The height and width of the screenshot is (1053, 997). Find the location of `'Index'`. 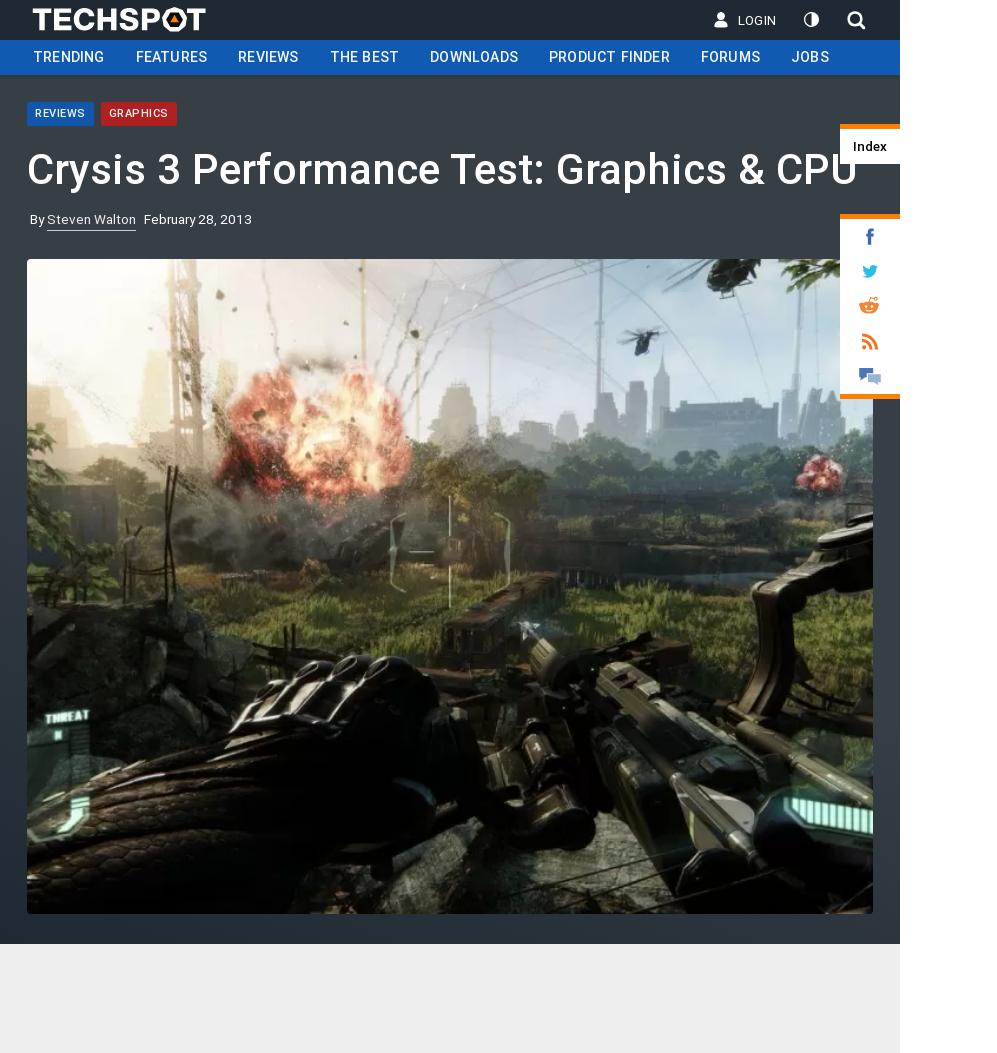

'Index' is located at coordinates (868, 145).